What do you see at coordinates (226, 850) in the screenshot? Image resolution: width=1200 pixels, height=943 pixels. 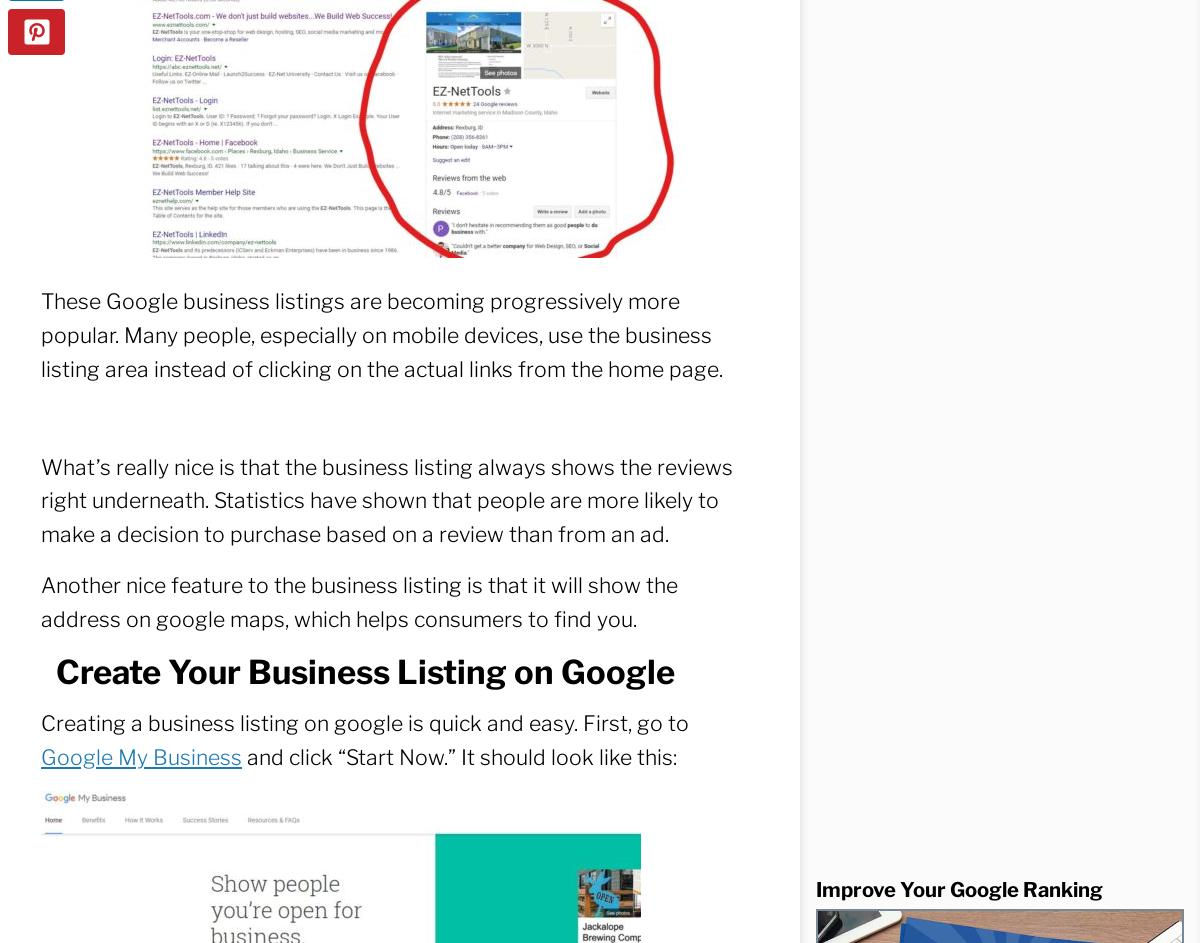 I see `'Marketing & SEO'` at bounding box center [226, 850].